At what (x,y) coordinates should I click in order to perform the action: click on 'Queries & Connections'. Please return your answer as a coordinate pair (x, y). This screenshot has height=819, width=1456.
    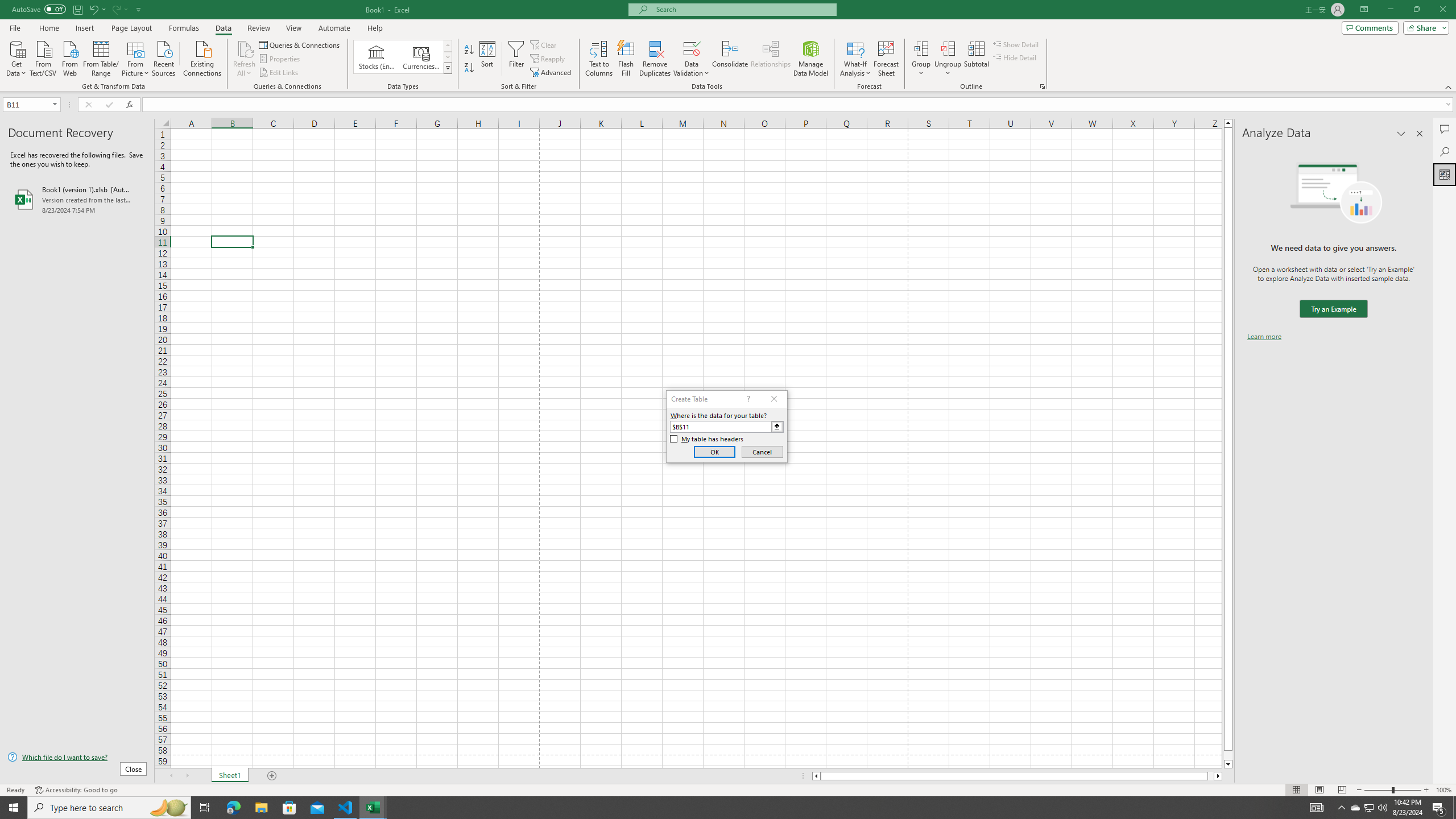
    Looking at the image, I should click on (300, 44).